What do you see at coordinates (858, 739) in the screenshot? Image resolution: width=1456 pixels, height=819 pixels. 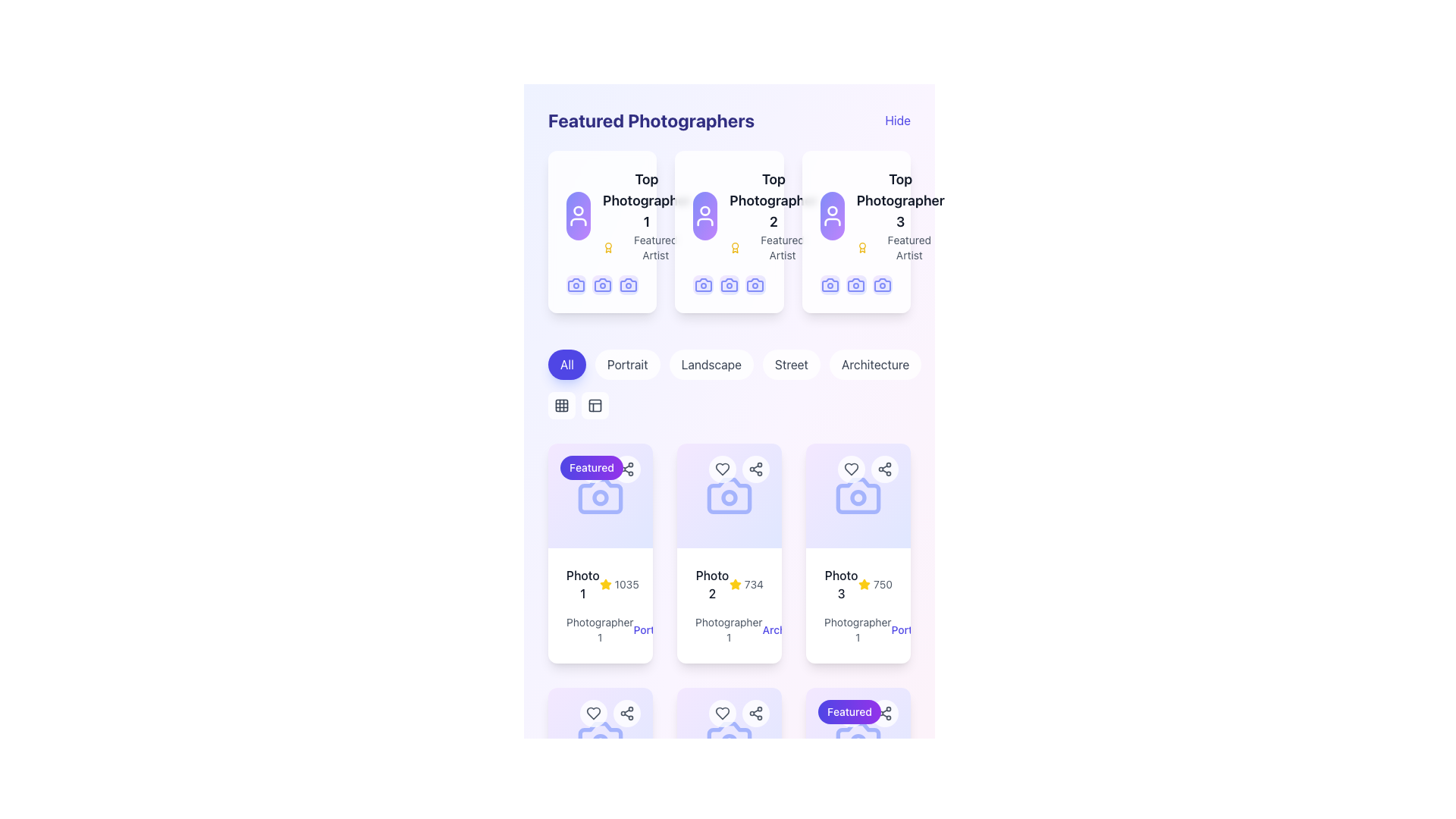 I see `the decorative camera SVG icon located in the bottom-right corner under the 'Photo 3' card, within the featured section` at bounding box center [858, 739].